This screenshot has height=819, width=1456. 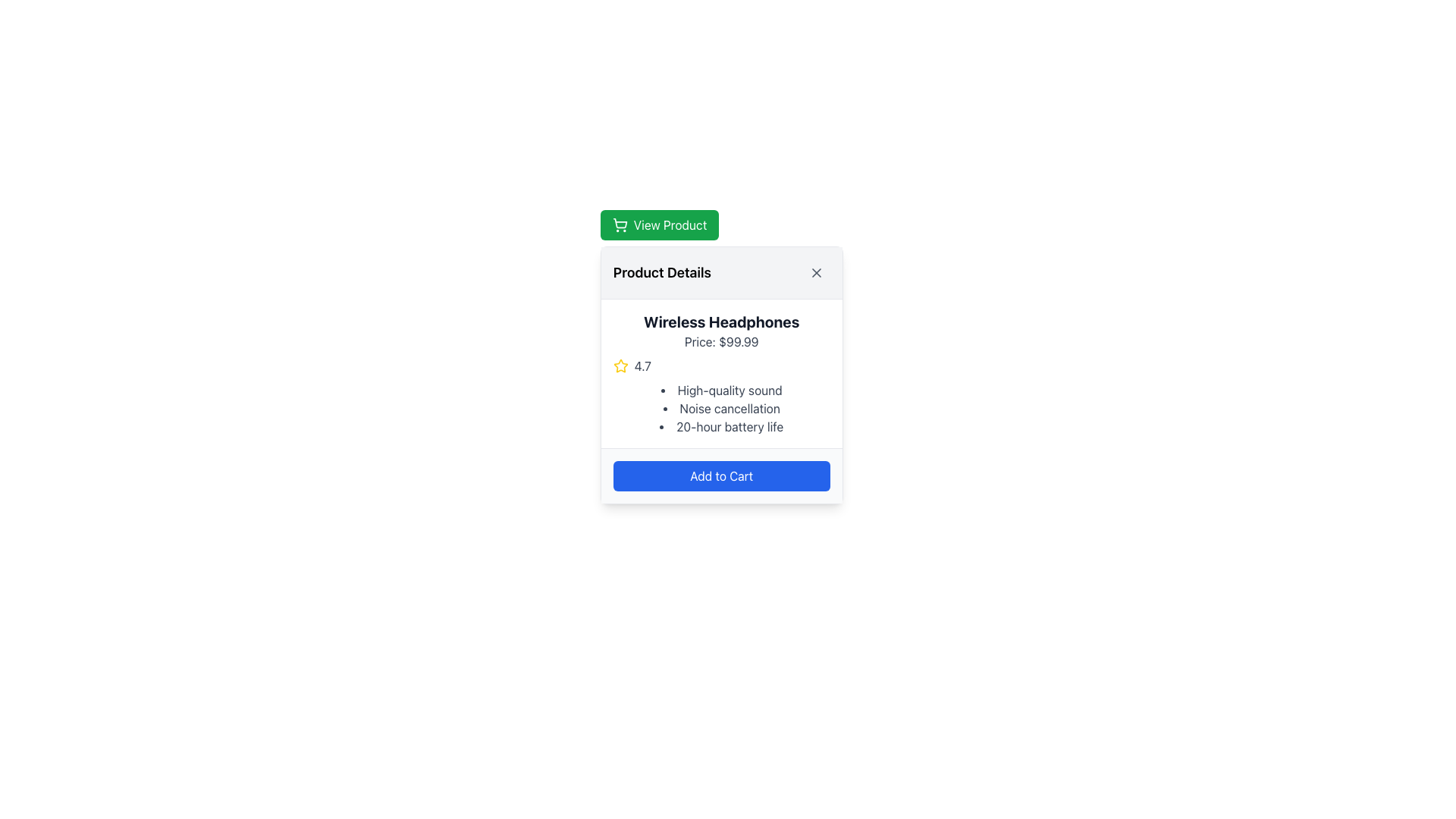 I want to click on the rating indicator icon located in the 'Product Details' dialog box, which visually represents the score of 4.7, so click(x=620, y=366).